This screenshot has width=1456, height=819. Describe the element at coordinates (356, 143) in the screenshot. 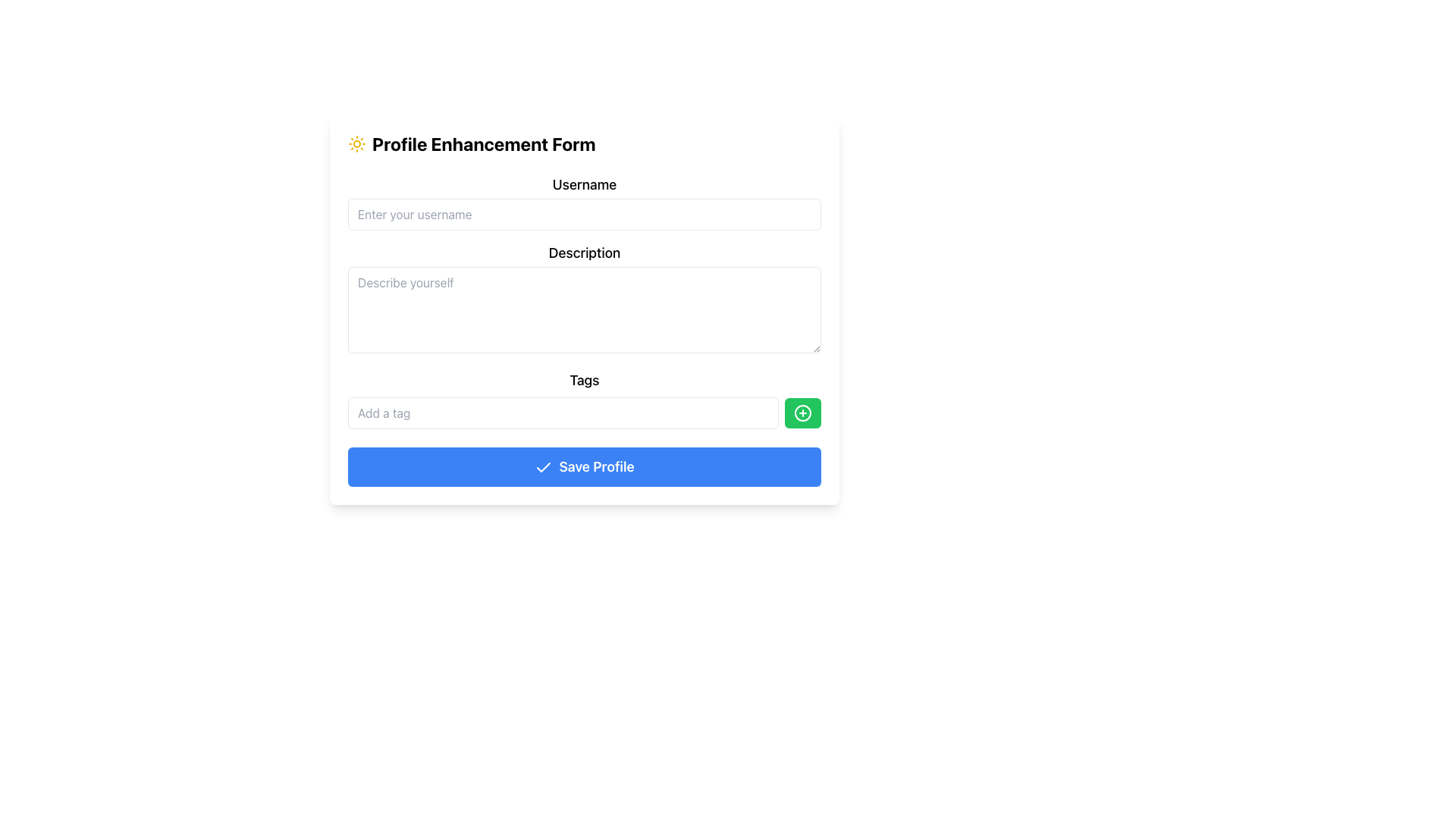

I see `the decorative icon located to the left of the 'Profile Enhancement Form' heading in the header section of the form` at that location.